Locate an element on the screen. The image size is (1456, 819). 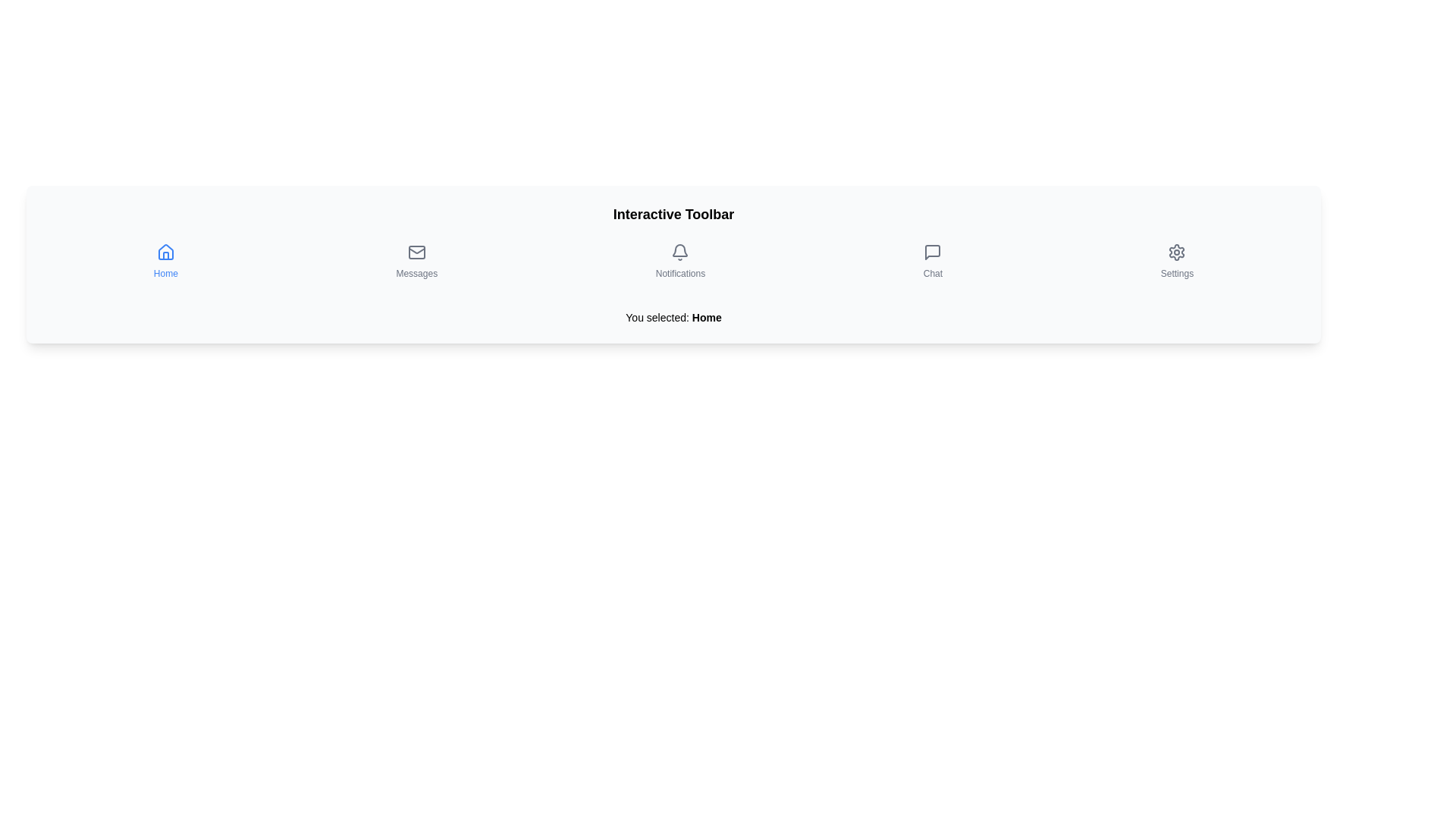
the text label displaying the word 'Home', which is styled in a small, medium-weight, blue sans-serif font, located below a house icon on the left side of the toolbar is located at coordinates (165, 274).